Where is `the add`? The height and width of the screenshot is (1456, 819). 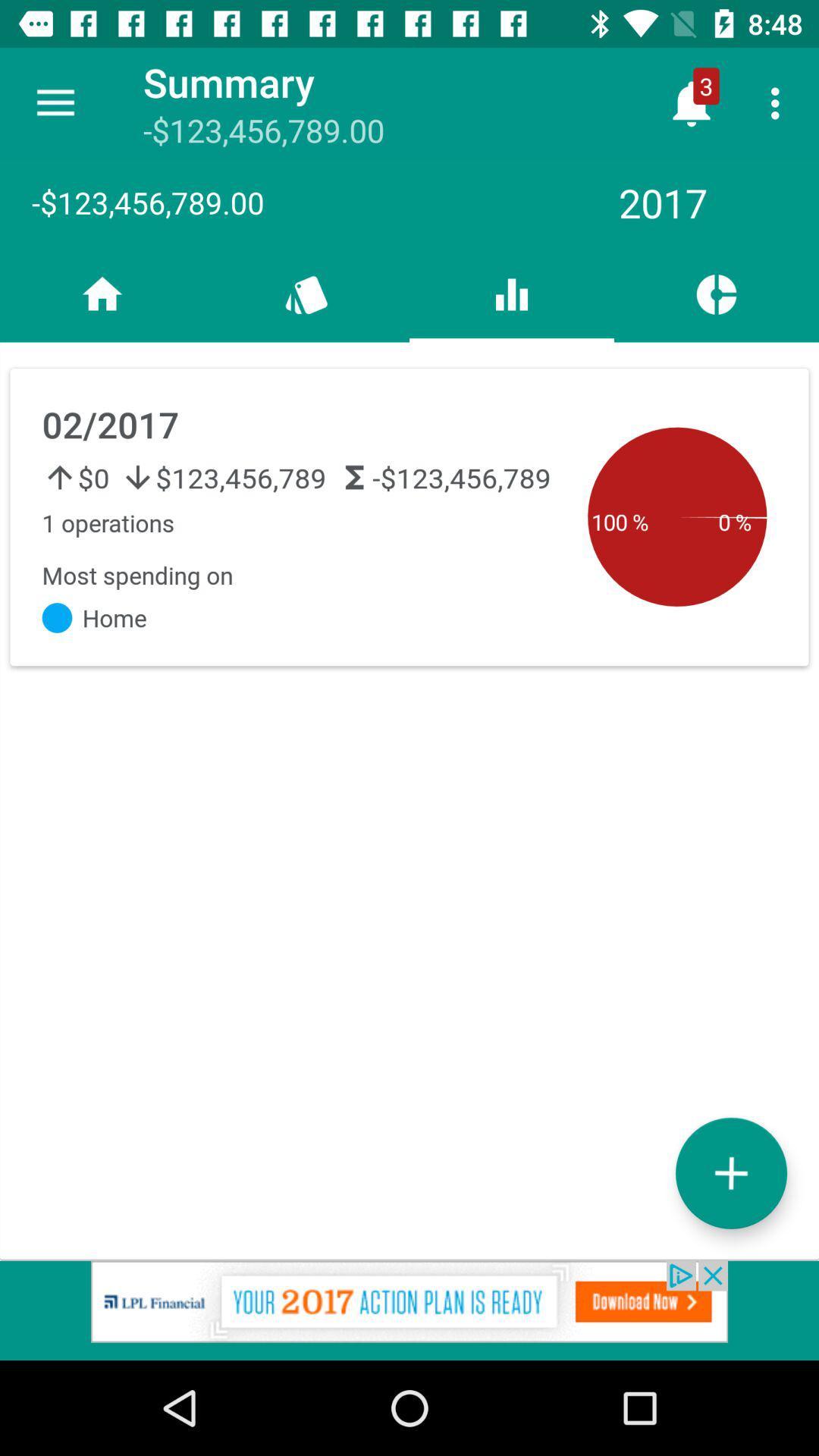 the add is located at coordinates (409, 1310).